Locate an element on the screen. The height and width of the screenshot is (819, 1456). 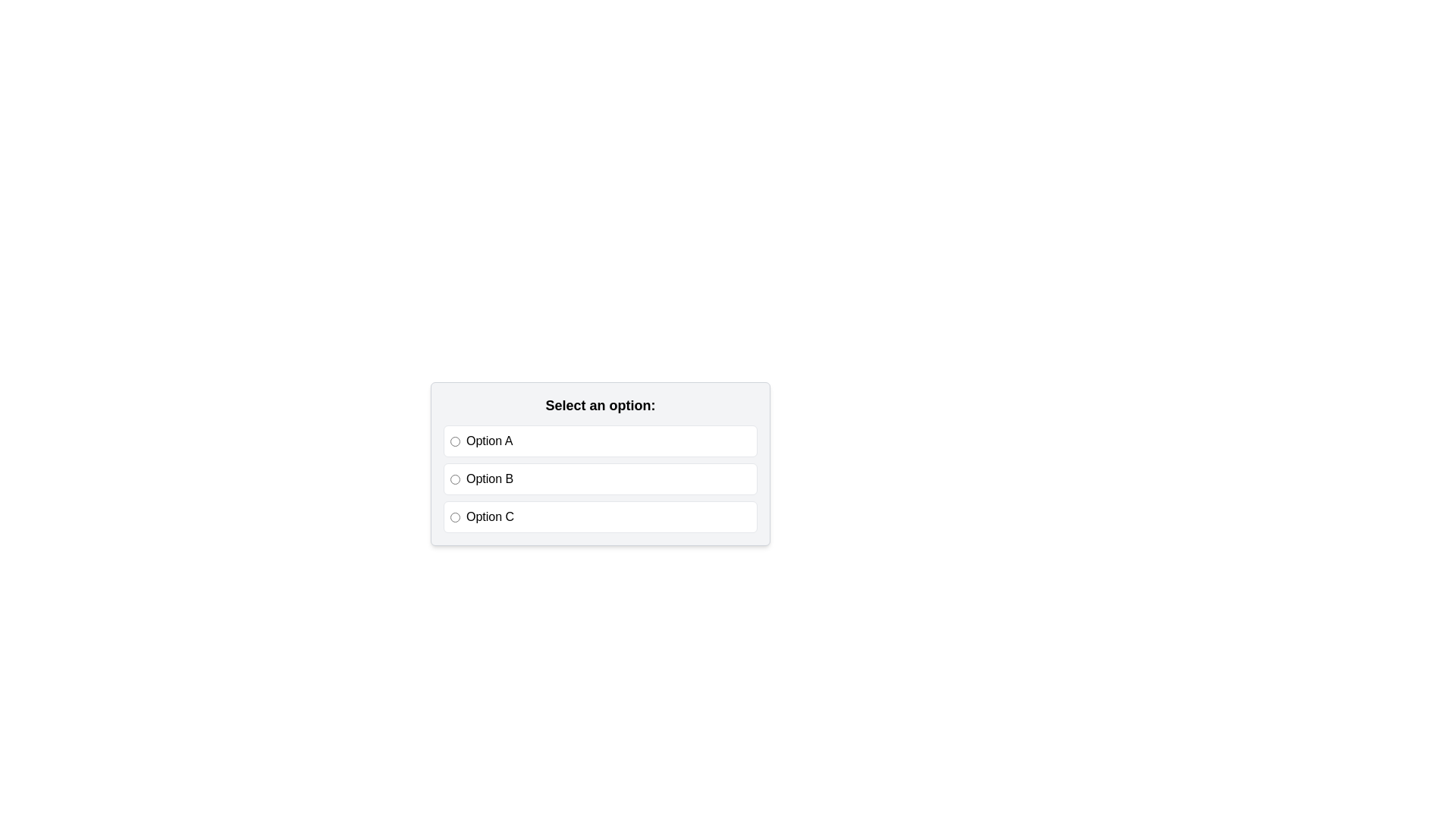
the radio button labeled 'Option C' is located at coordinates (600, 516).